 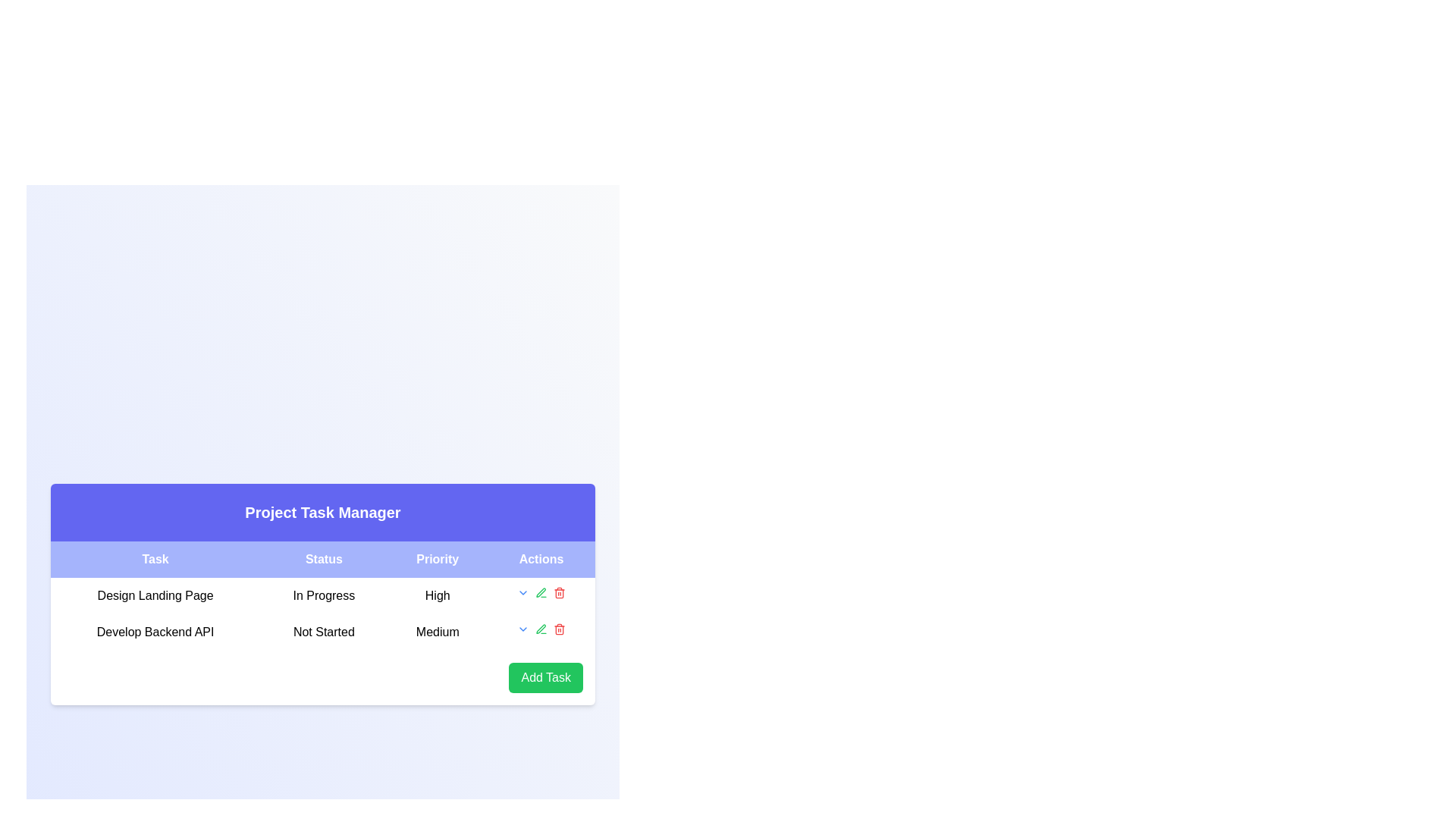 What do you see at coordinates (322, 512) in the screenshot?
I see `the title text element that indicates the 'Project Task Manager' section, which is centered at the top of its card component with an indigo background and white text` at bounding box center [322, 512].